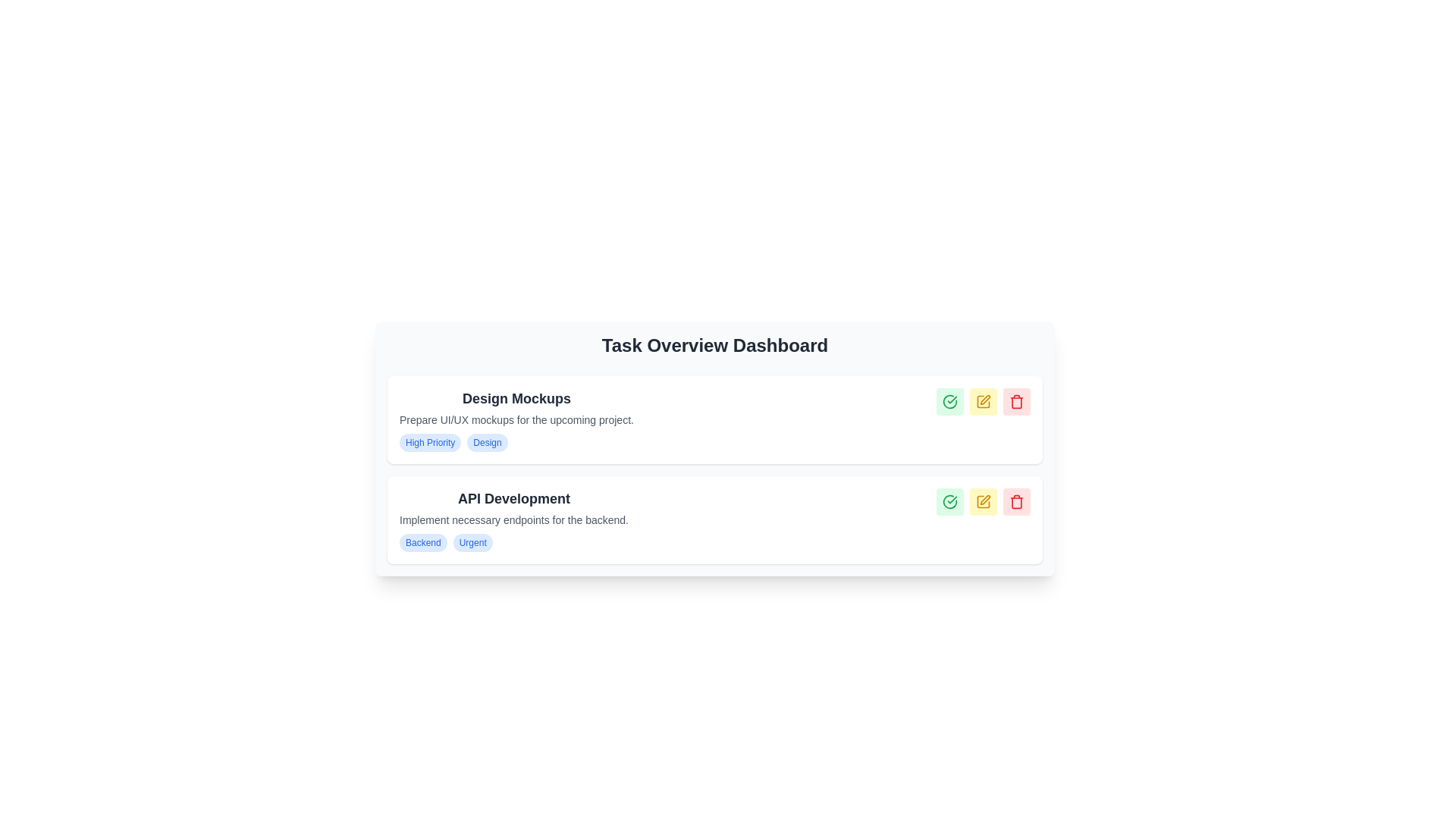 This screenshot has height=819, width=1456. What do you see at coordinates (429, 442) in the screenshot?
I see `the 'High Priority' label located on the left side of the horizontal layout beneath the 'Design Mockups' task in the Task Overview Dashboard` at bounding box center [429, 442].